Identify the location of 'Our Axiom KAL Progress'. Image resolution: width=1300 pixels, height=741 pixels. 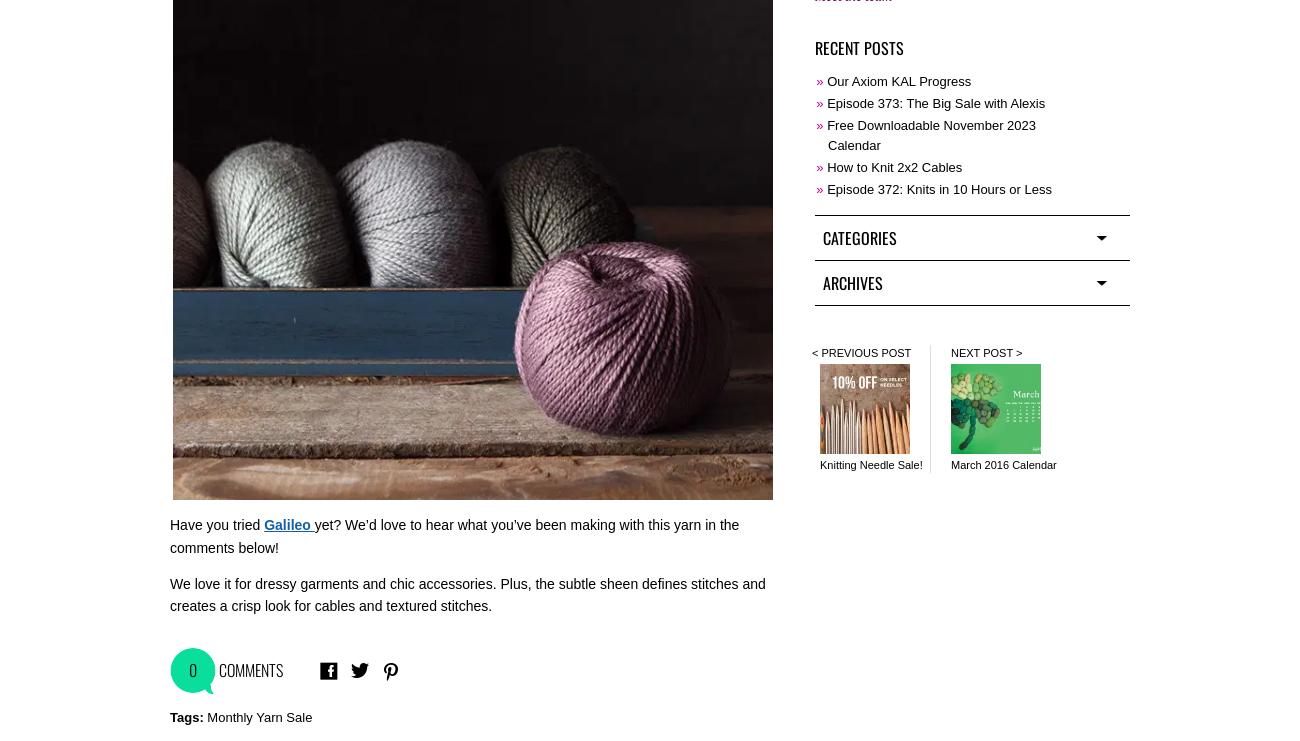
(897, 79).